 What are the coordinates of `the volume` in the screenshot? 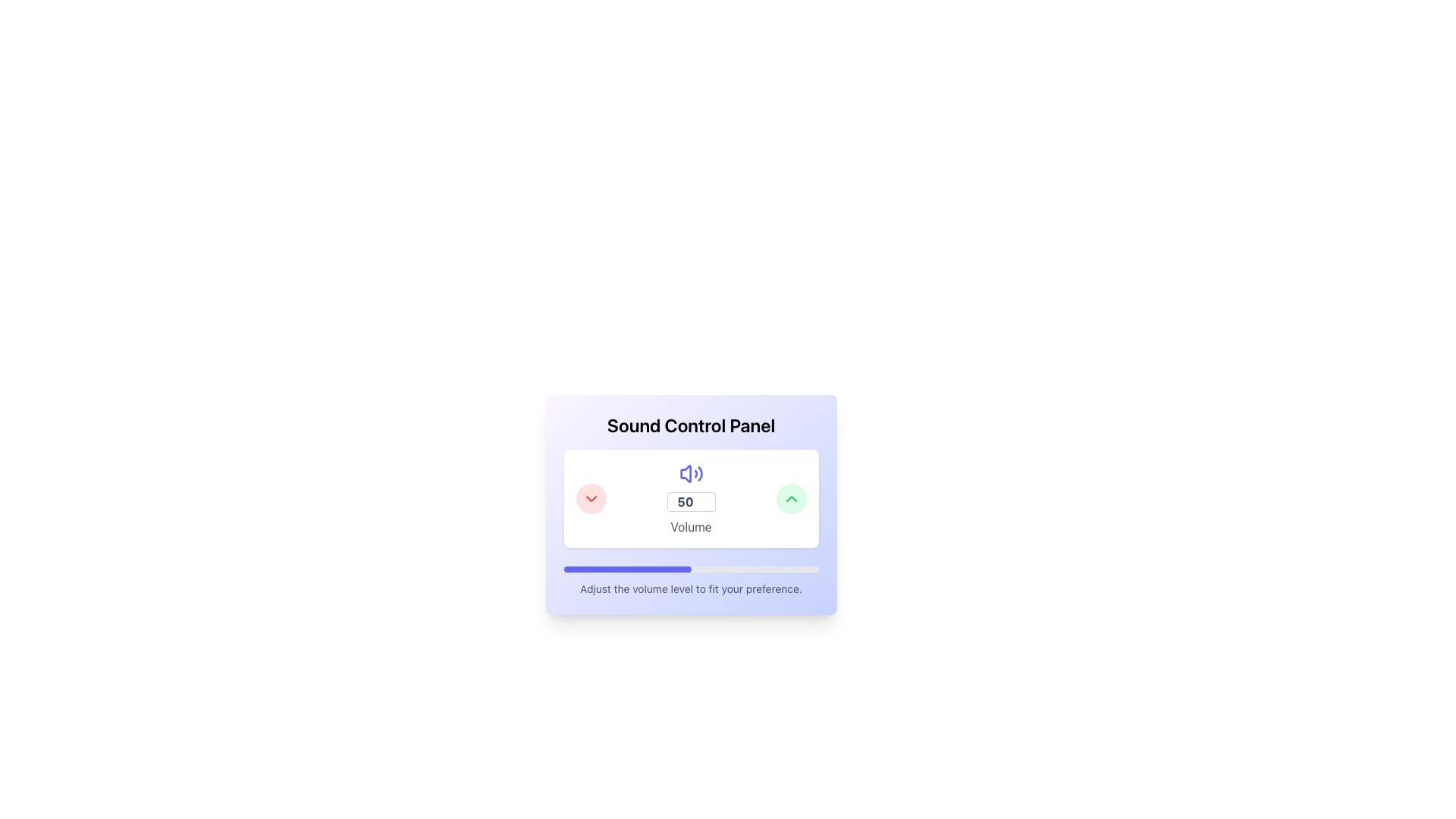 It's located at (664, 570).